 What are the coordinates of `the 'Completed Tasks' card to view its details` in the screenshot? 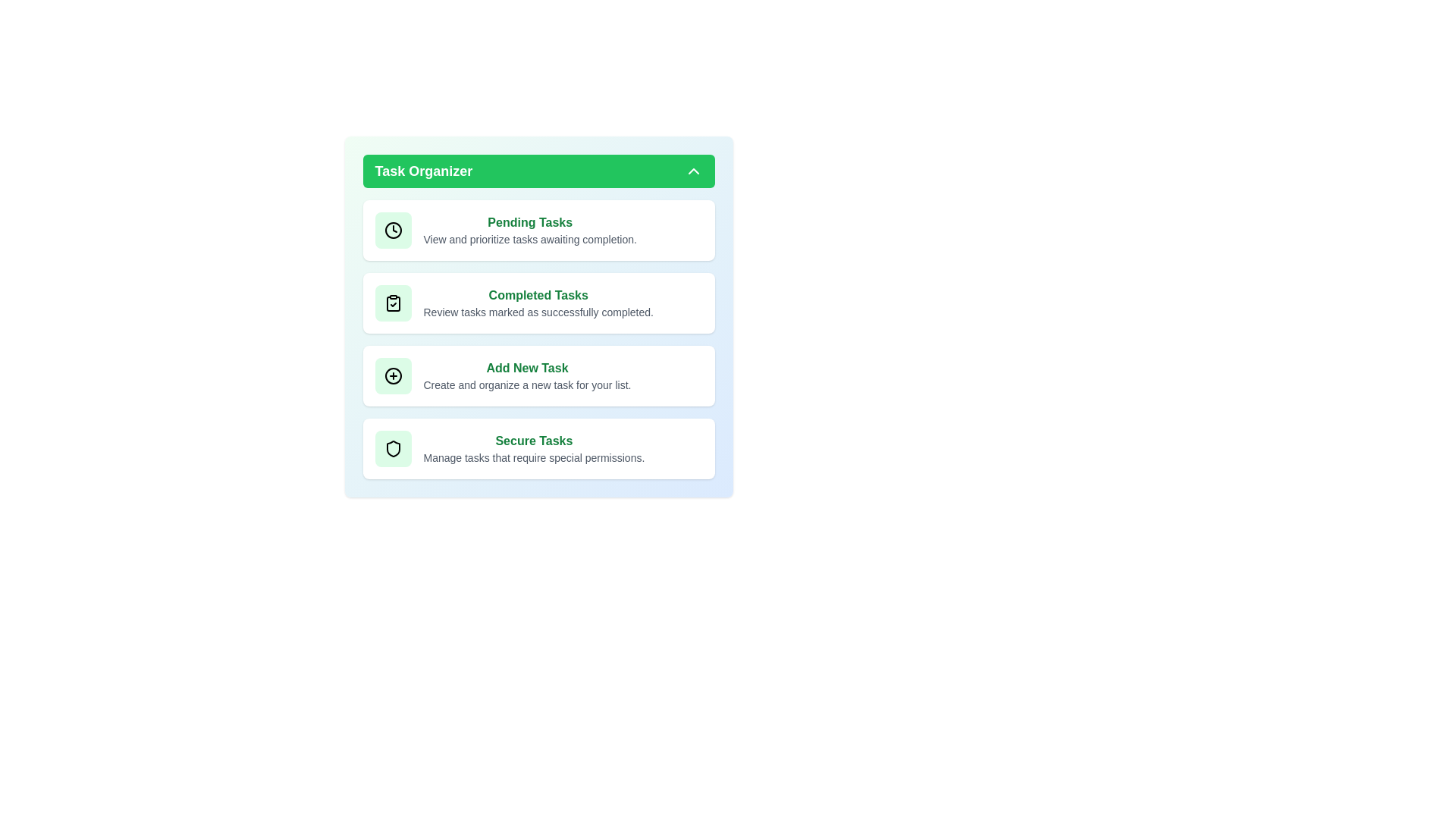 It's located at (538, 303).